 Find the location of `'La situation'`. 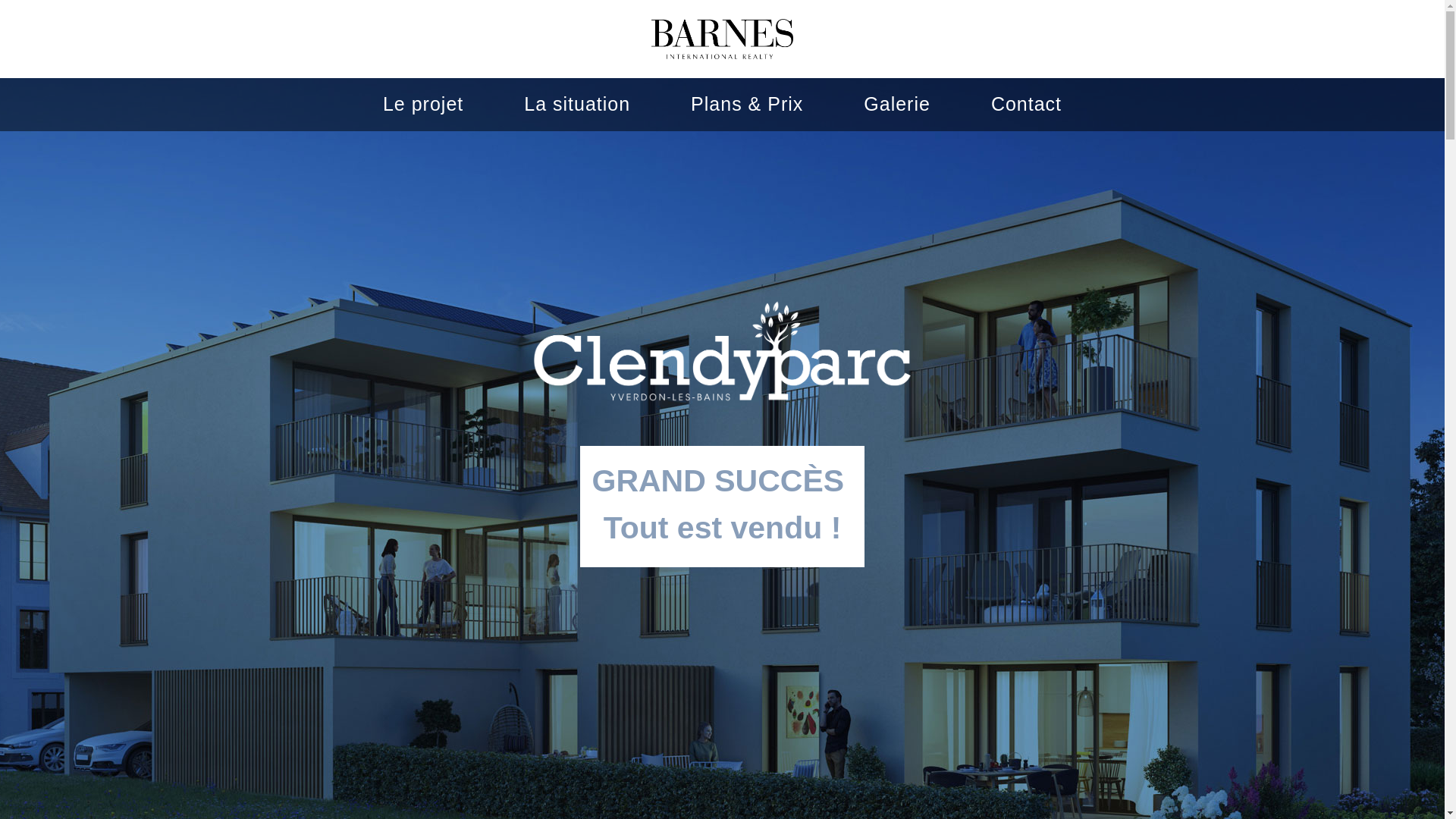

'La situation' is located at coordinates (524, 103).